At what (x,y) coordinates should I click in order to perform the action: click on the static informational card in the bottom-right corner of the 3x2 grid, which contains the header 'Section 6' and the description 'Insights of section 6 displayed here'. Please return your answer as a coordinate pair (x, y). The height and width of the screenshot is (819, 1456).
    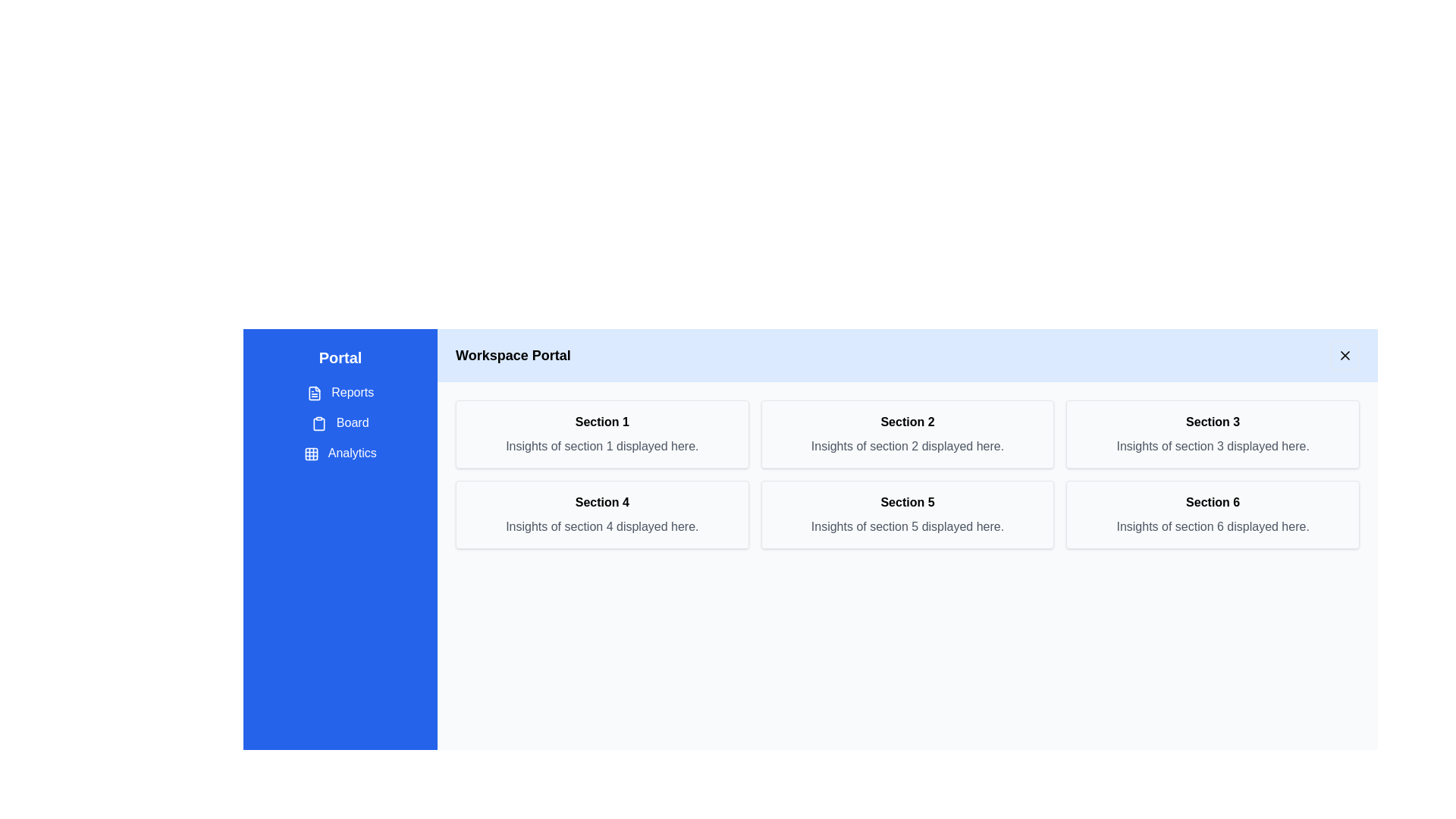
    Looking at the image, I should click on (1212, 513).